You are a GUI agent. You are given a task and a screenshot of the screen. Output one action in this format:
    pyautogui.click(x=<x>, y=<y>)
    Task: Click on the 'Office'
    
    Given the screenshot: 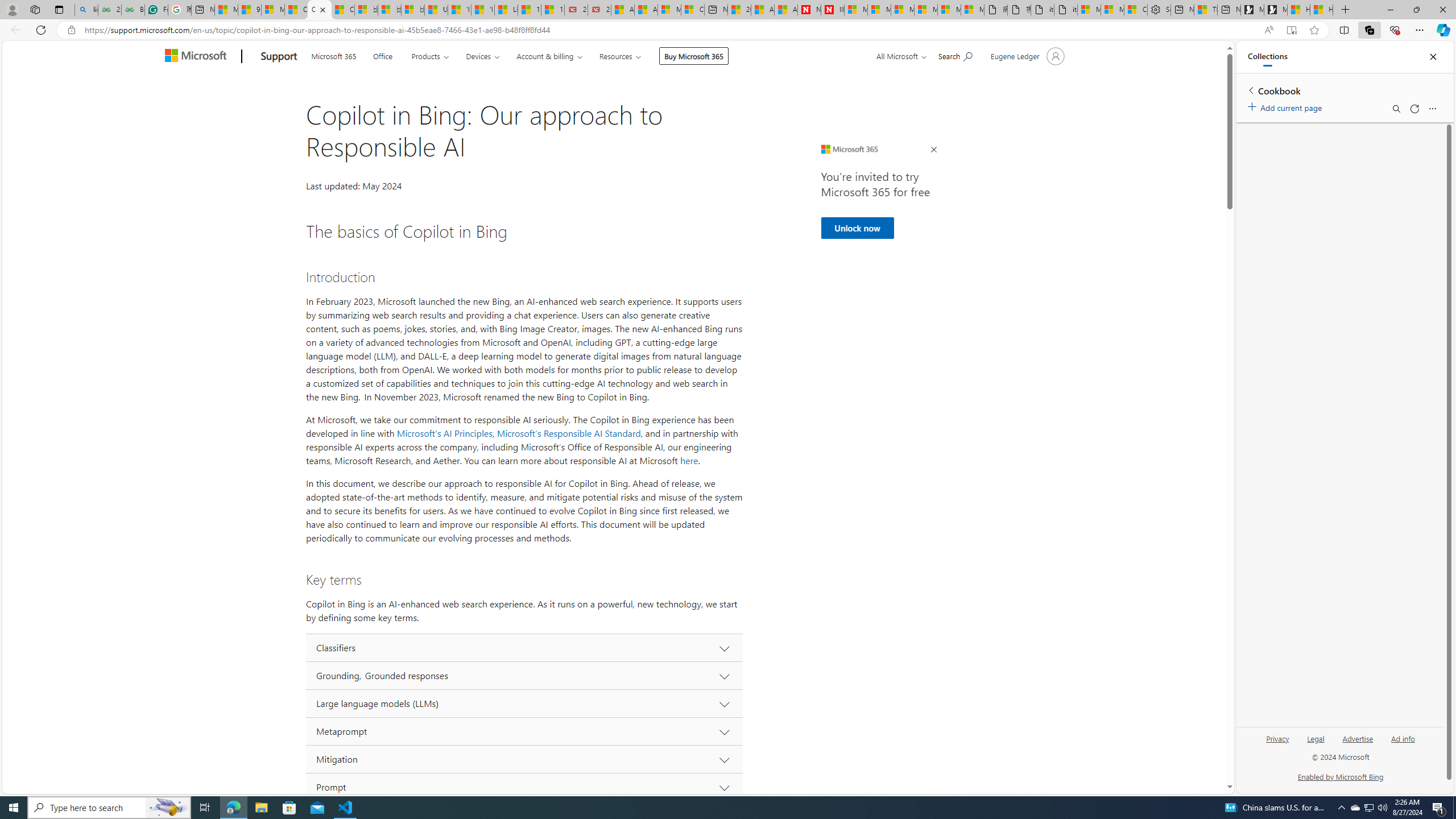 What is the action you would take?
    pyautogui.click(x=382, y=54)
    